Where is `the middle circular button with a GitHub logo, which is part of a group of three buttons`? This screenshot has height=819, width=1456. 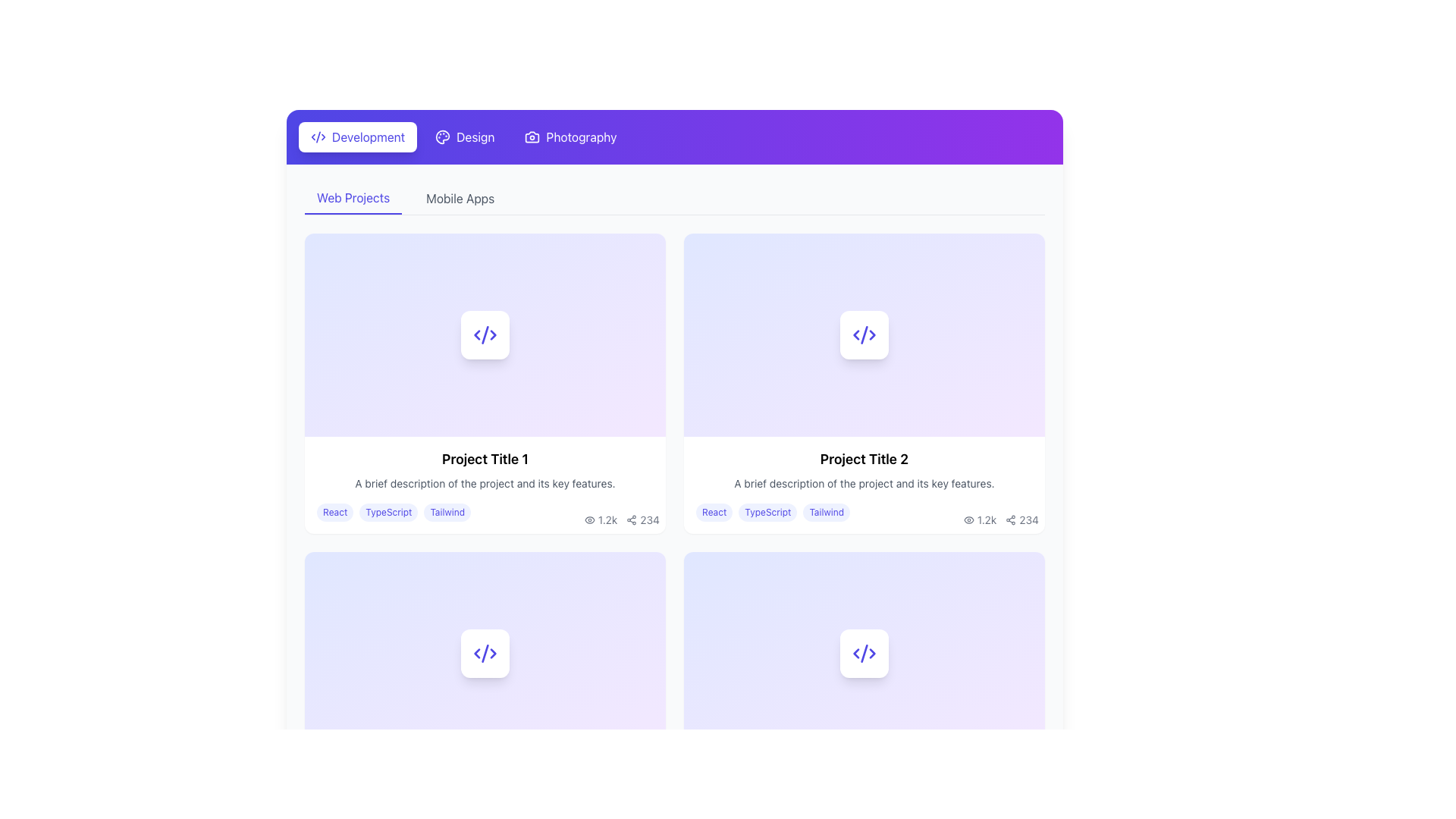
the middle circular button with a GitHub logo, which is part of a group of three buttons is located at coordinates (996, 250).